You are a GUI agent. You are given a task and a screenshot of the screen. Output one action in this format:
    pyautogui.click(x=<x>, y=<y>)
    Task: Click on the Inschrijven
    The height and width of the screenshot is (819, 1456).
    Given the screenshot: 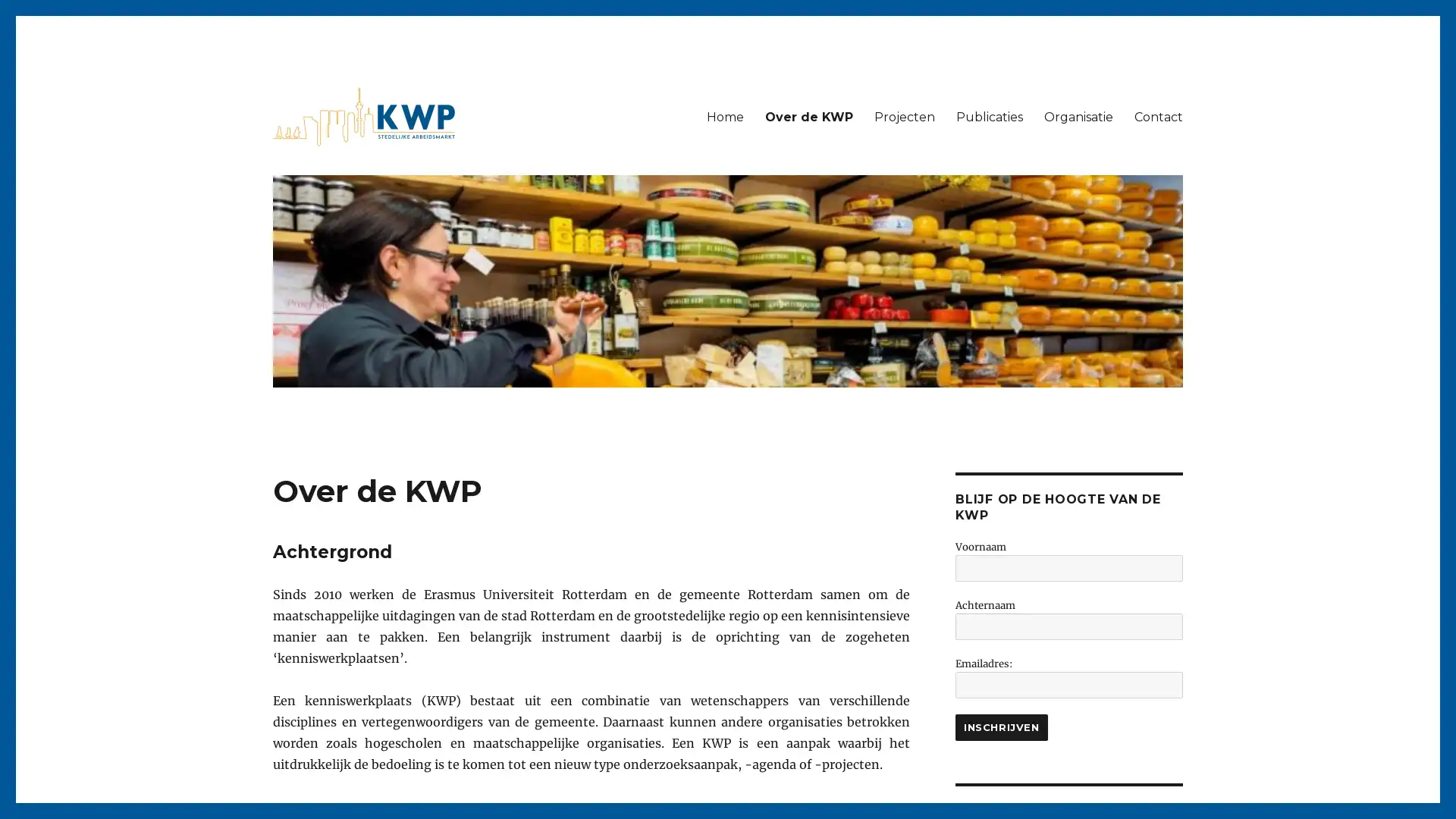 What is the action you would take?
    pyautogui.click(x=1001, y=726)
    